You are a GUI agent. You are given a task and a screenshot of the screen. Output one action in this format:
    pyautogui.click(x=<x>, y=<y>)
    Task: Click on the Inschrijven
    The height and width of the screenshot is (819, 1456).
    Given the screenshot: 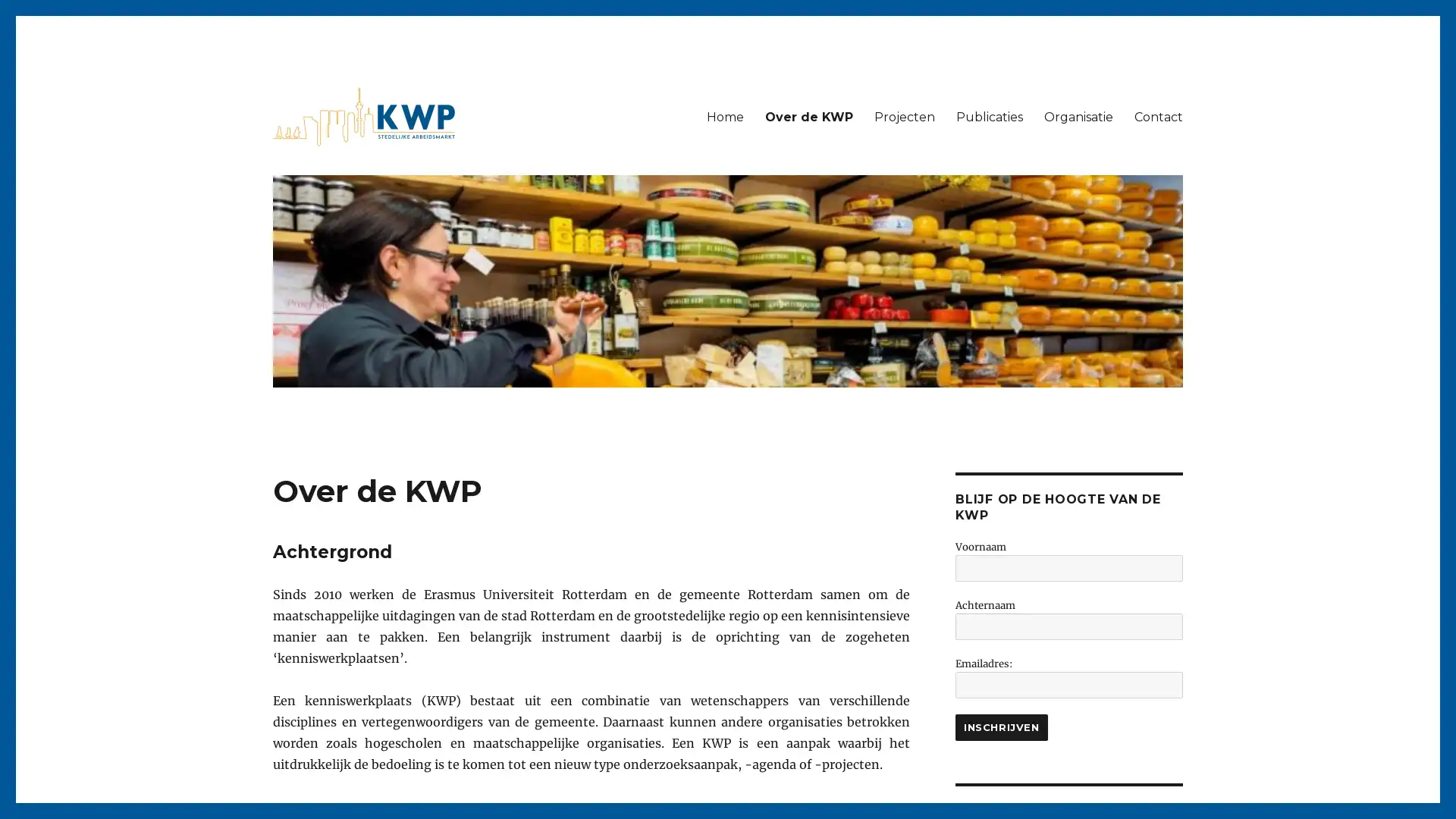 What is the action you would take?
    pyautogui.click(x=1001, y=726)
    